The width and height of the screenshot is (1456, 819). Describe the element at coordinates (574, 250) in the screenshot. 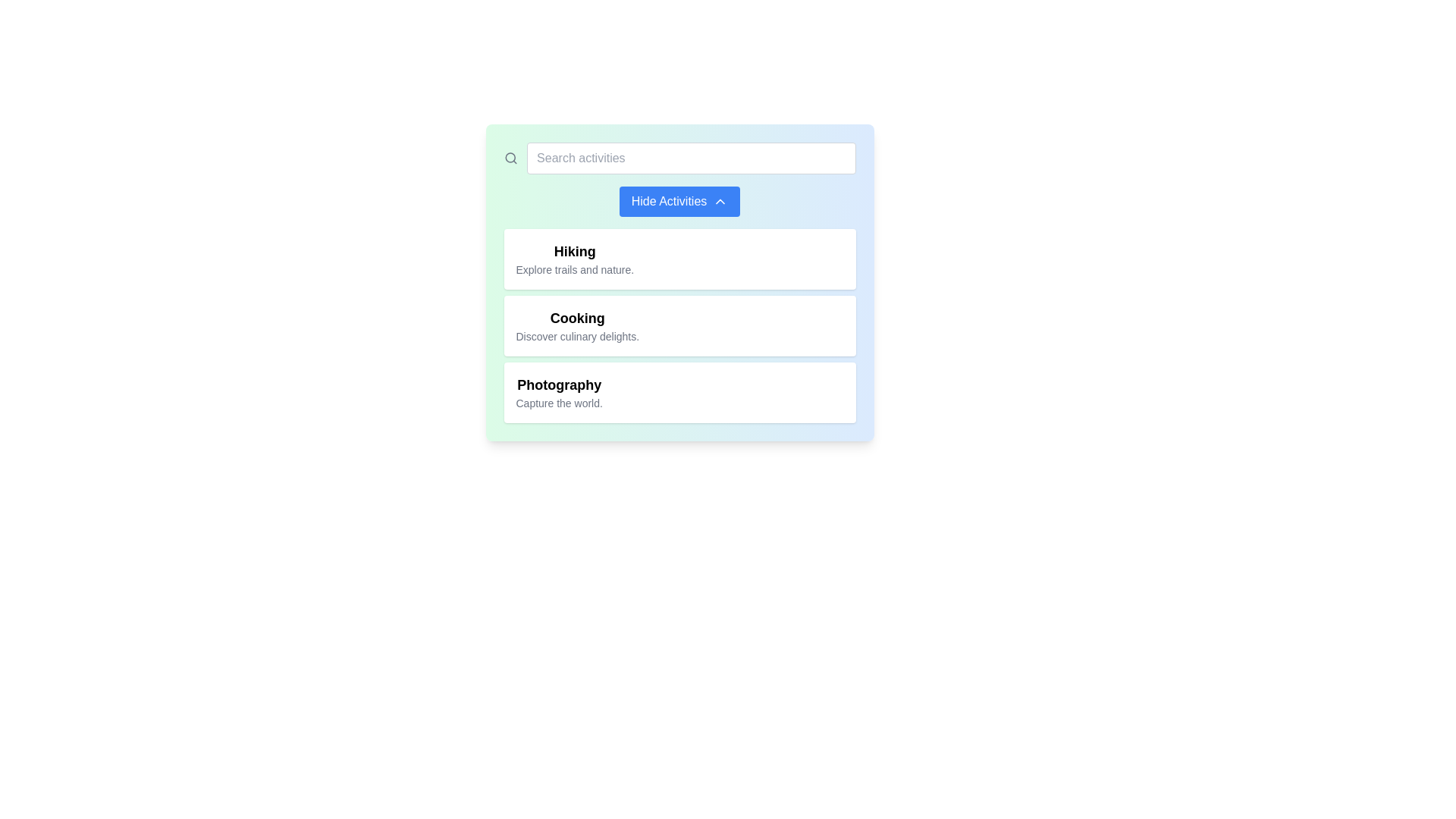

I see `the 'Hiking' text label, which serves as the title for the first card in the vertical stack of options` at that location.